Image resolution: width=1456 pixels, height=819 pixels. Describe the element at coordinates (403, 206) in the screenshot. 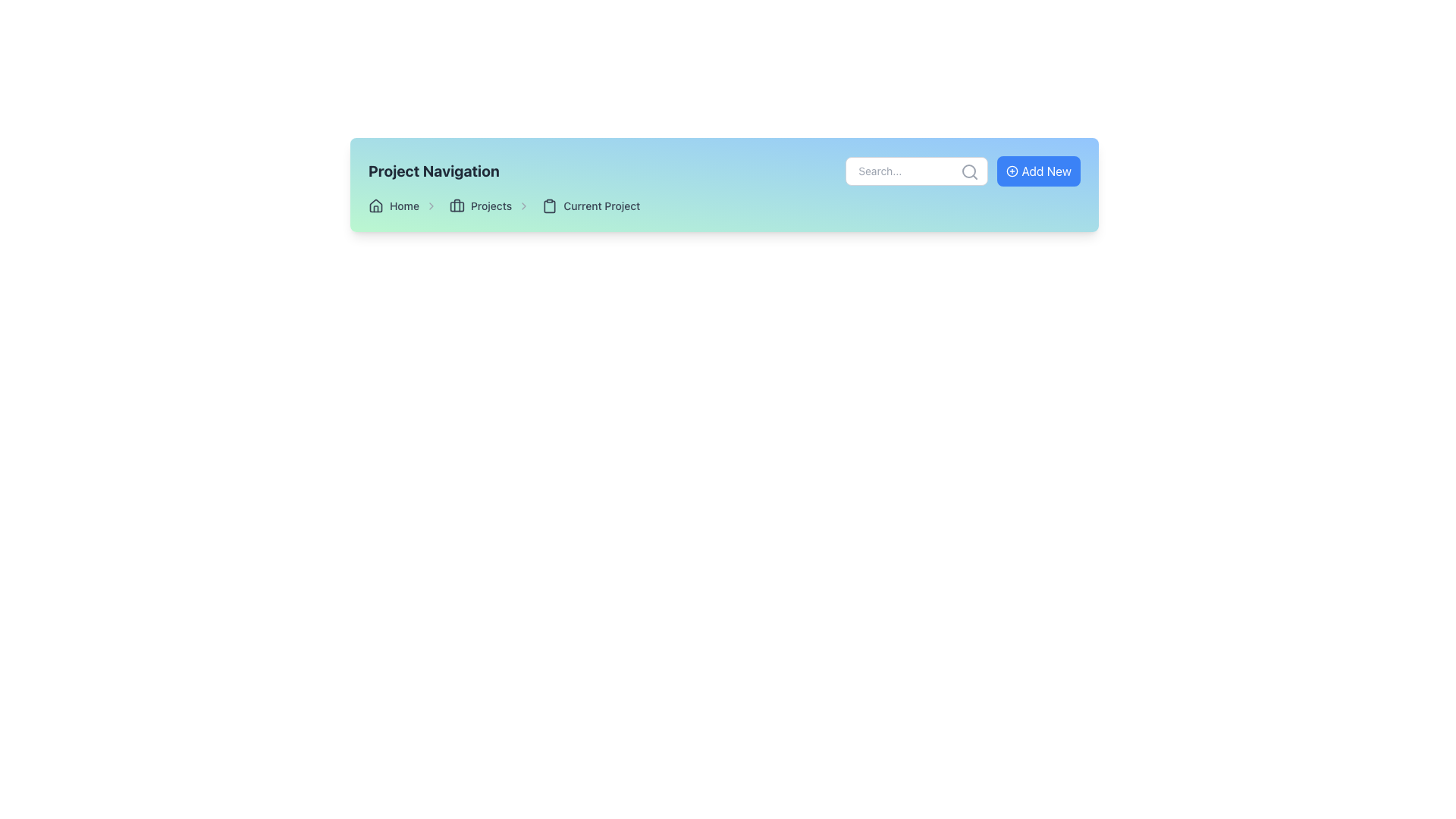

I see `the 'Home' breadcrumb item, which is the first text label with a house icon in the navigation bar` at that location.